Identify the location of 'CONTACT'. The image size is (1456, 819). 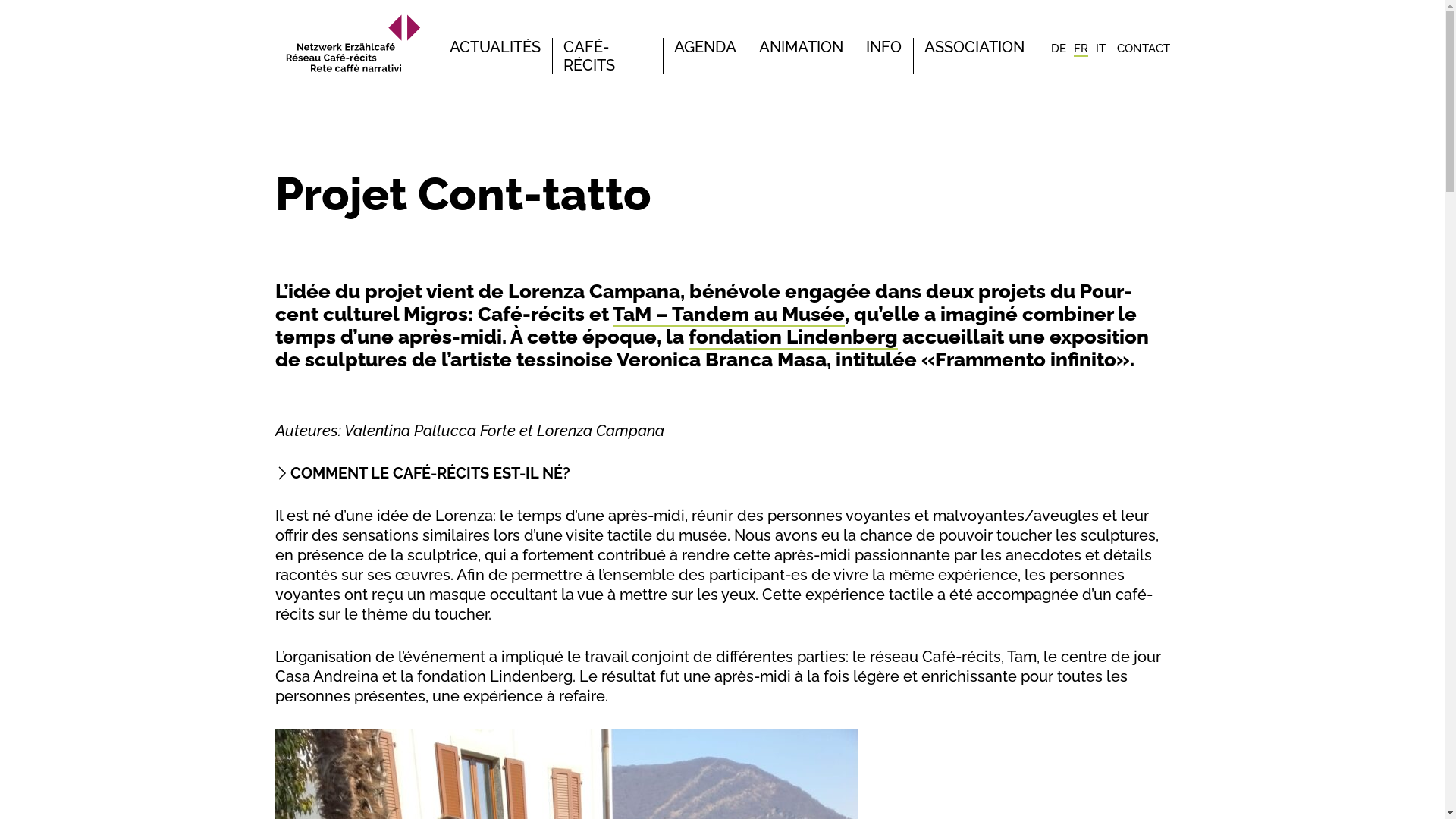
(1143, 48).